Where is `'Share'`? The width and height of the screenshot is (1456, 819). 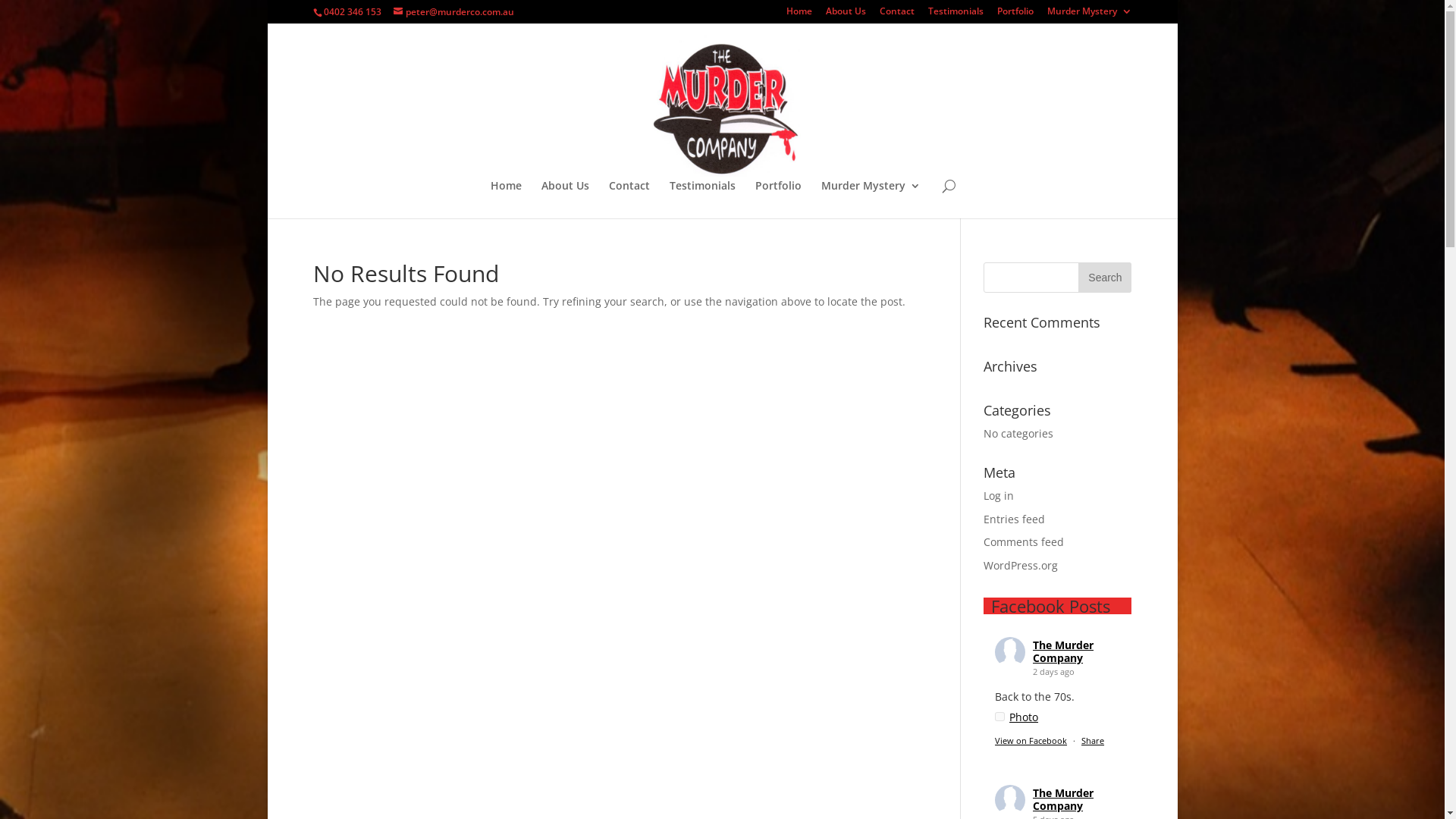
'Share' is located at coordinates (1092, 739).